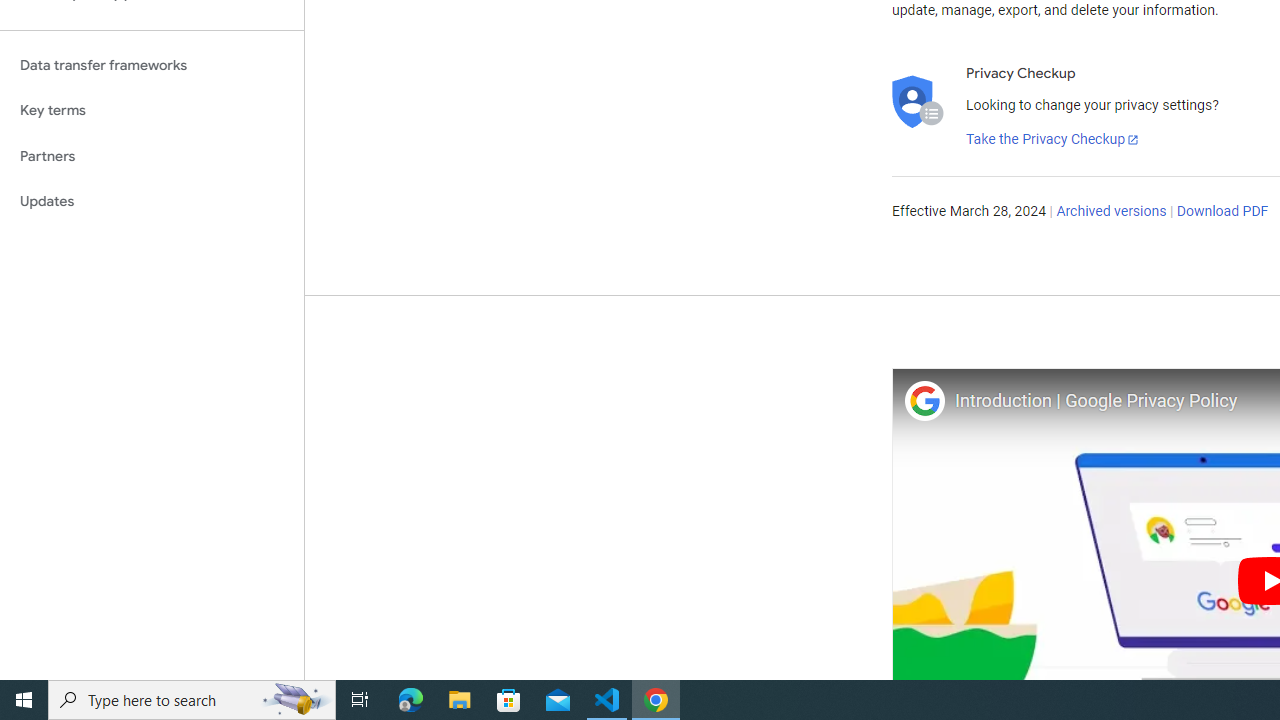  Describe the element at coordinates (1052, 139) in the screenshot. I see `'Take the Privacy Checkup'` at that location.